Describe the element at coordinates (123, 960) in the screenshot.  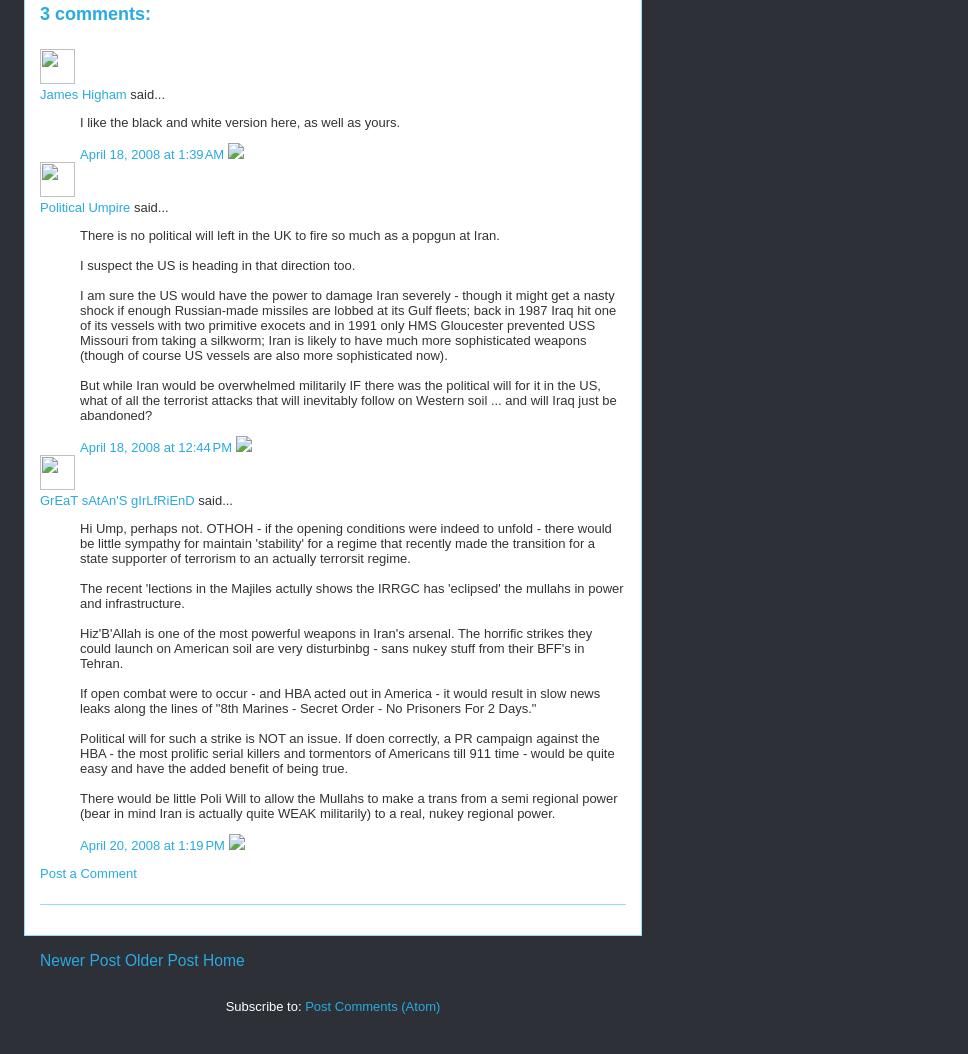
I see `'Older Post'` at that location.